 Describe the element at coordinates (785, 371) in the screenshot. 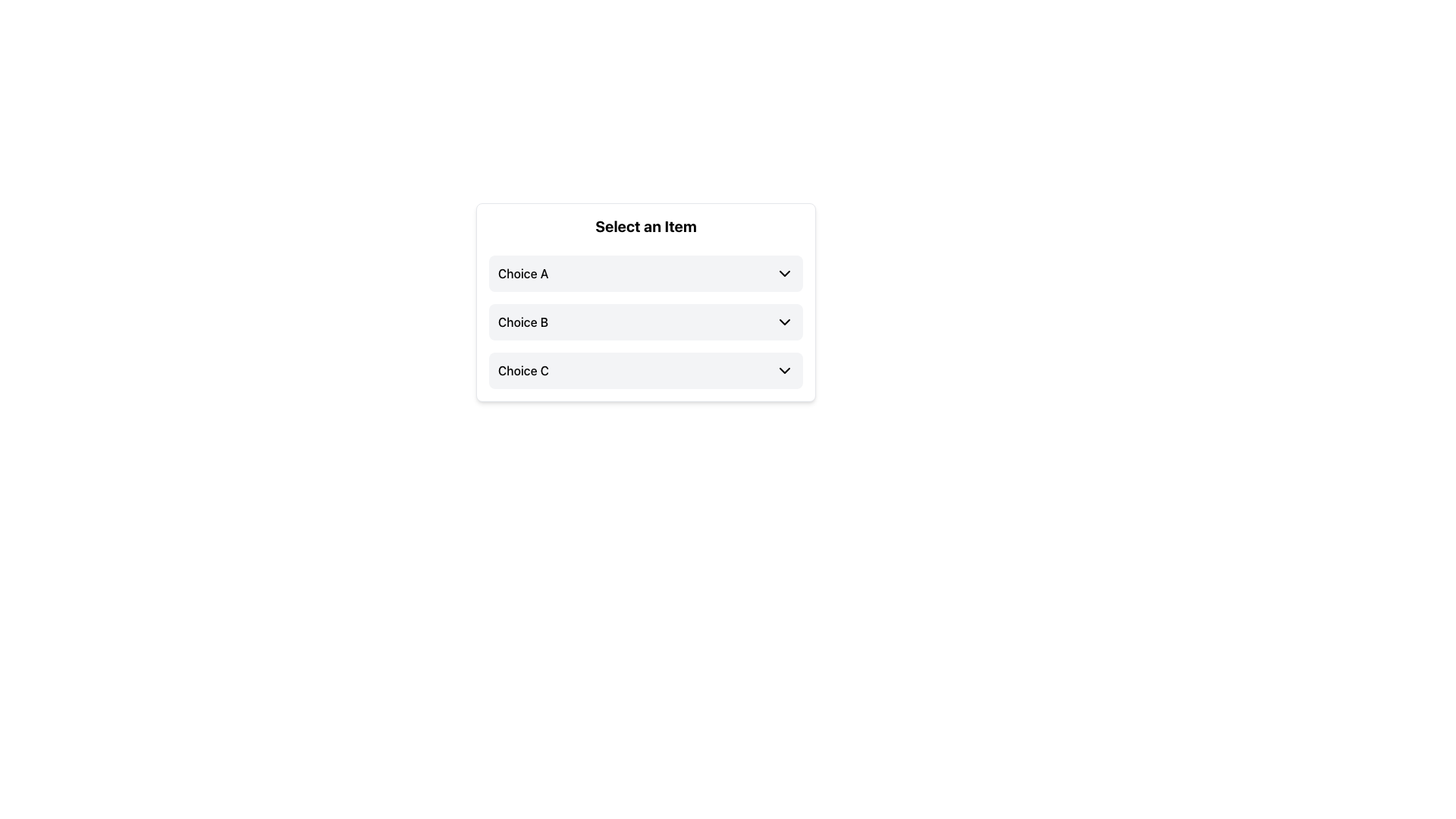

I see `the downward-facing chevron icon next to the 'Choice C' label` at that location.